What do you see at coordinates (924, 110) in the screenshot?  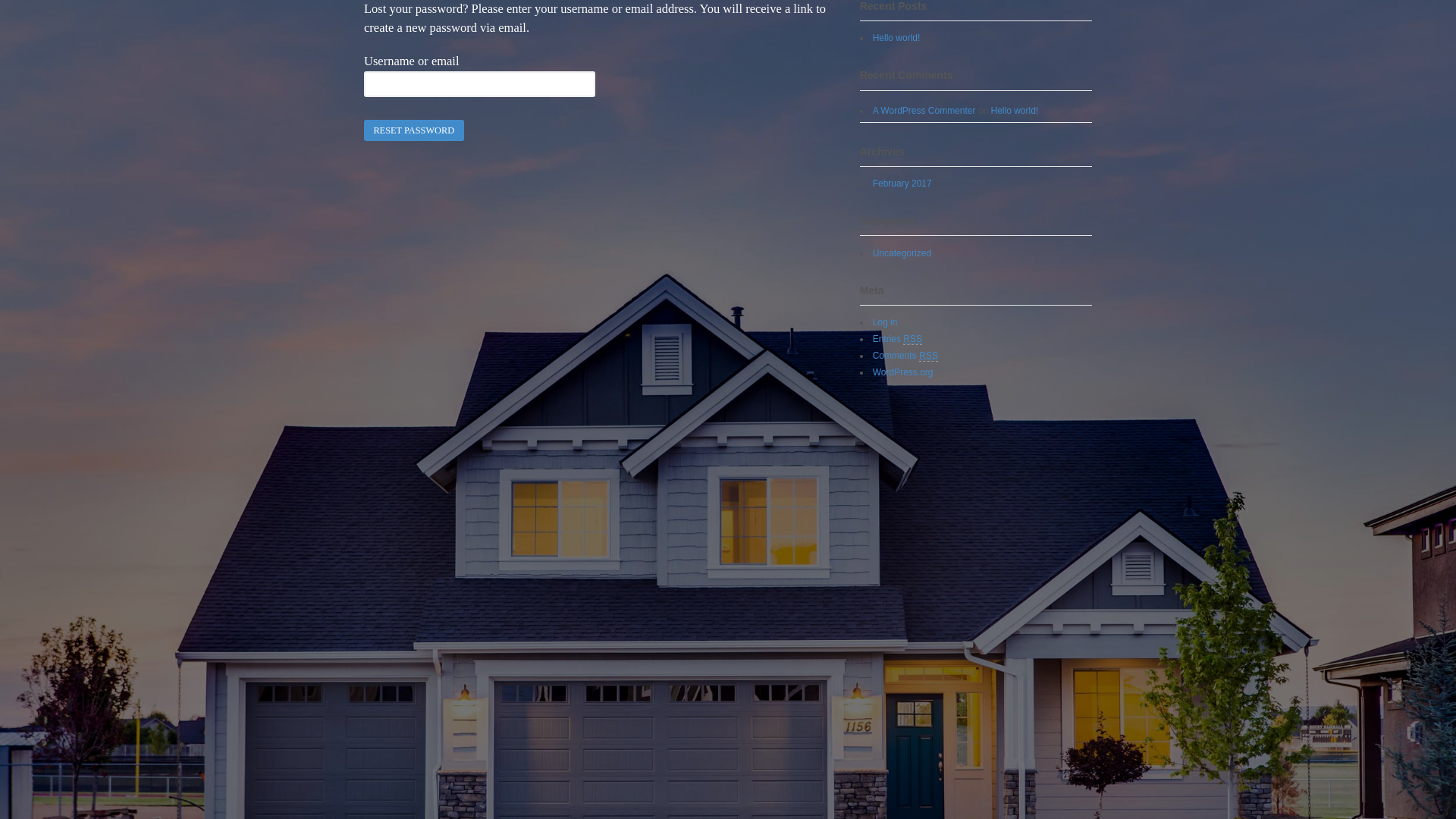 I see `'A WordPress Commenter'` at bounding box center [924, 110].